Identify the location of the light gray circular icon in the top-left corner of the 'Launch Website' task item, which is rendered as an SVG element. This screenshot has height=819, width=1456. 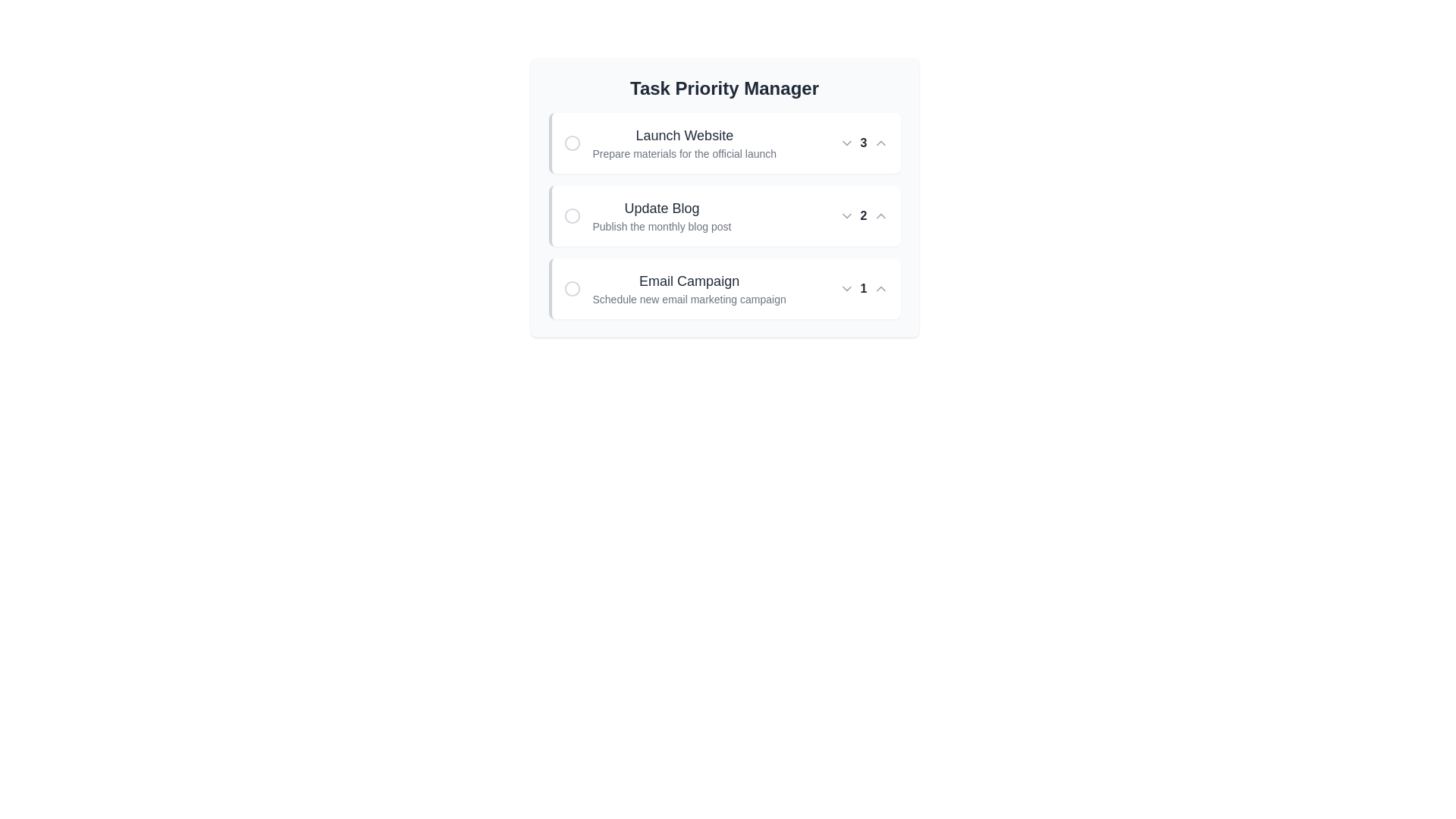
(571, 143).